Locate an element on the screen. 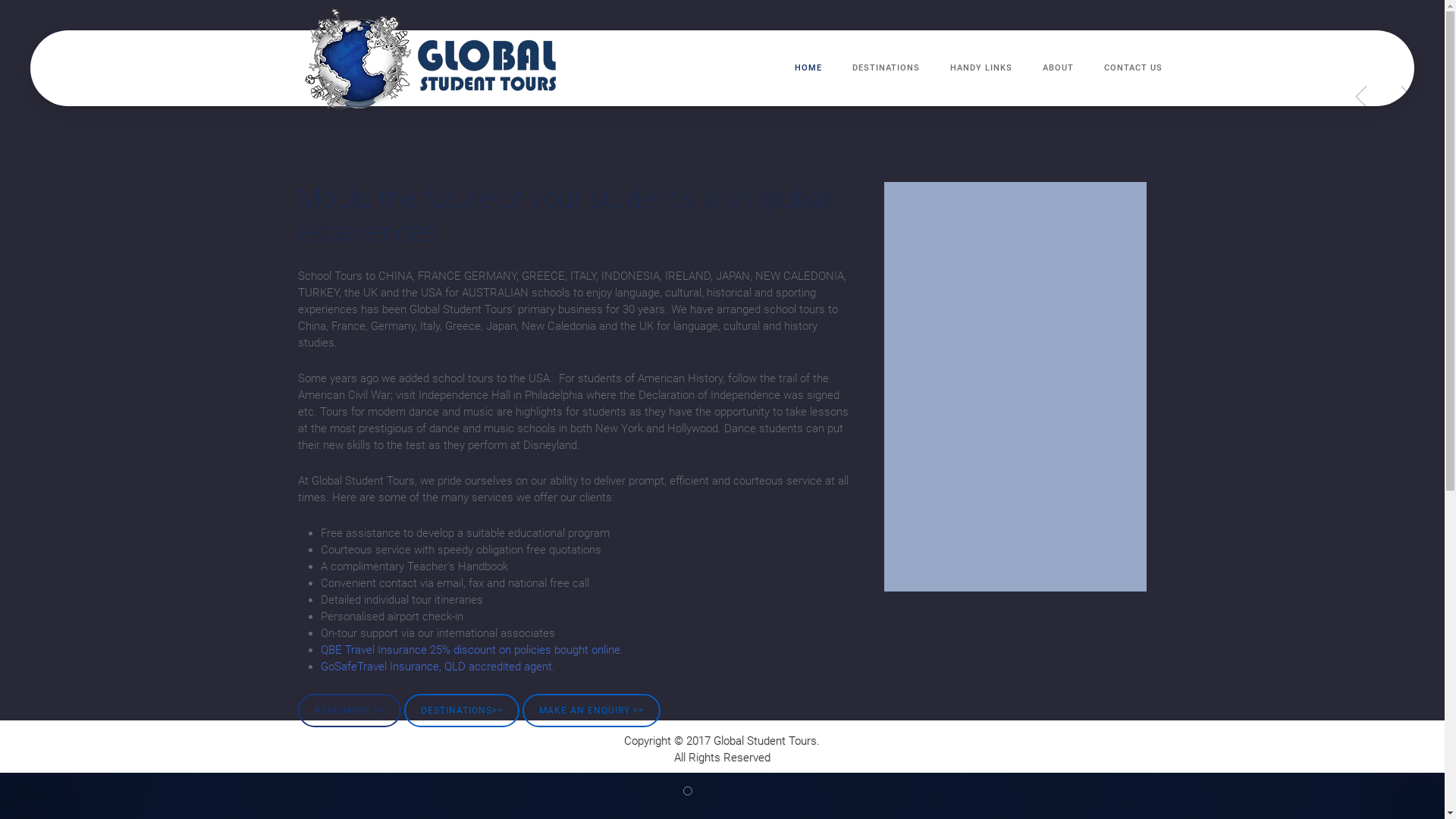 This screenshot has height=819, width=1456. 'HOME' is located at coordinates (779, 67).